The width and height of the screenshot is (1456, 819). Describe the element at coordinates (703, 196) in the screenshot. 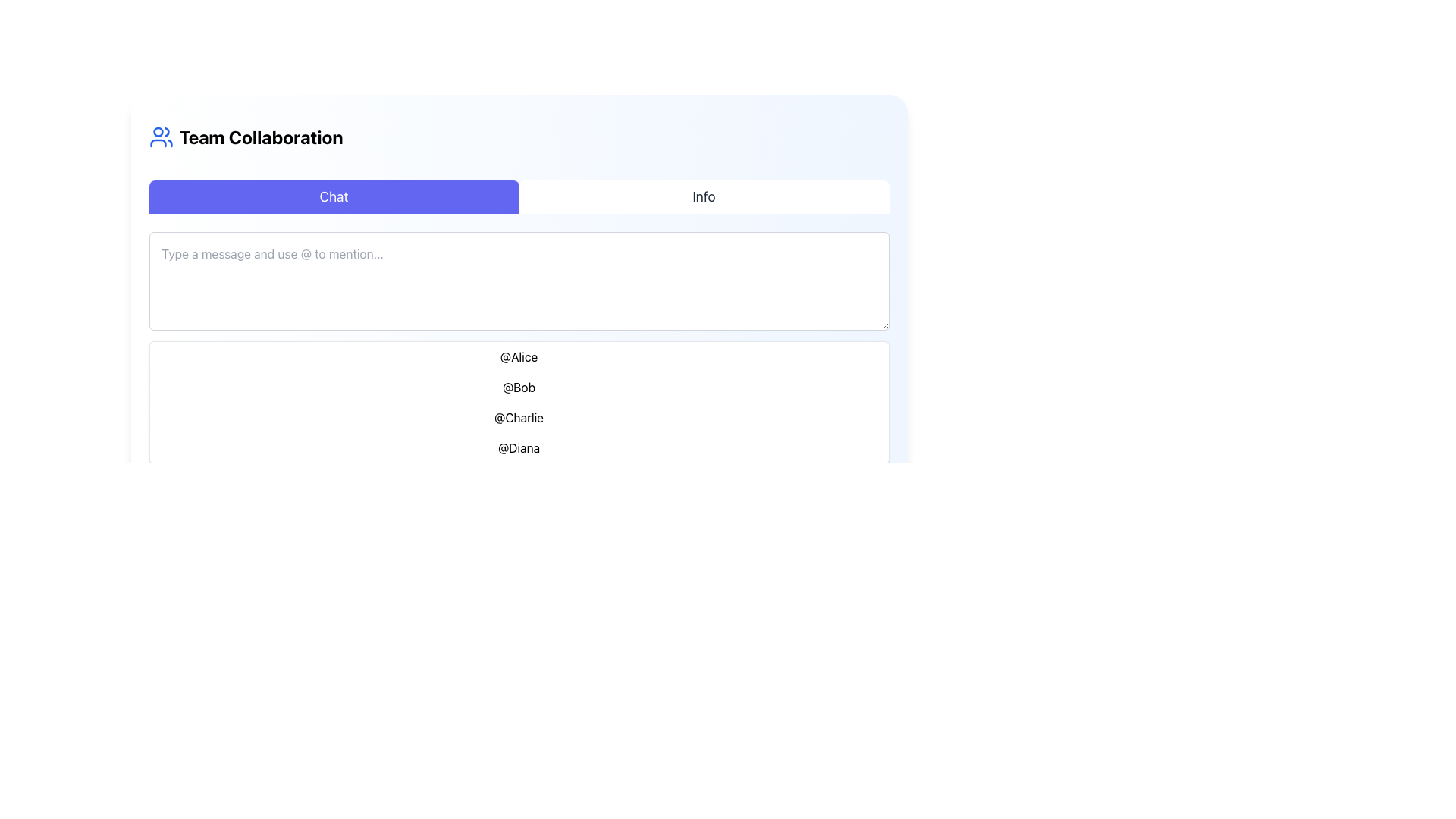

I see `the 'Info' button, which is the second button in a horizontal pair located to the right of the 'Chat' button` at that location.